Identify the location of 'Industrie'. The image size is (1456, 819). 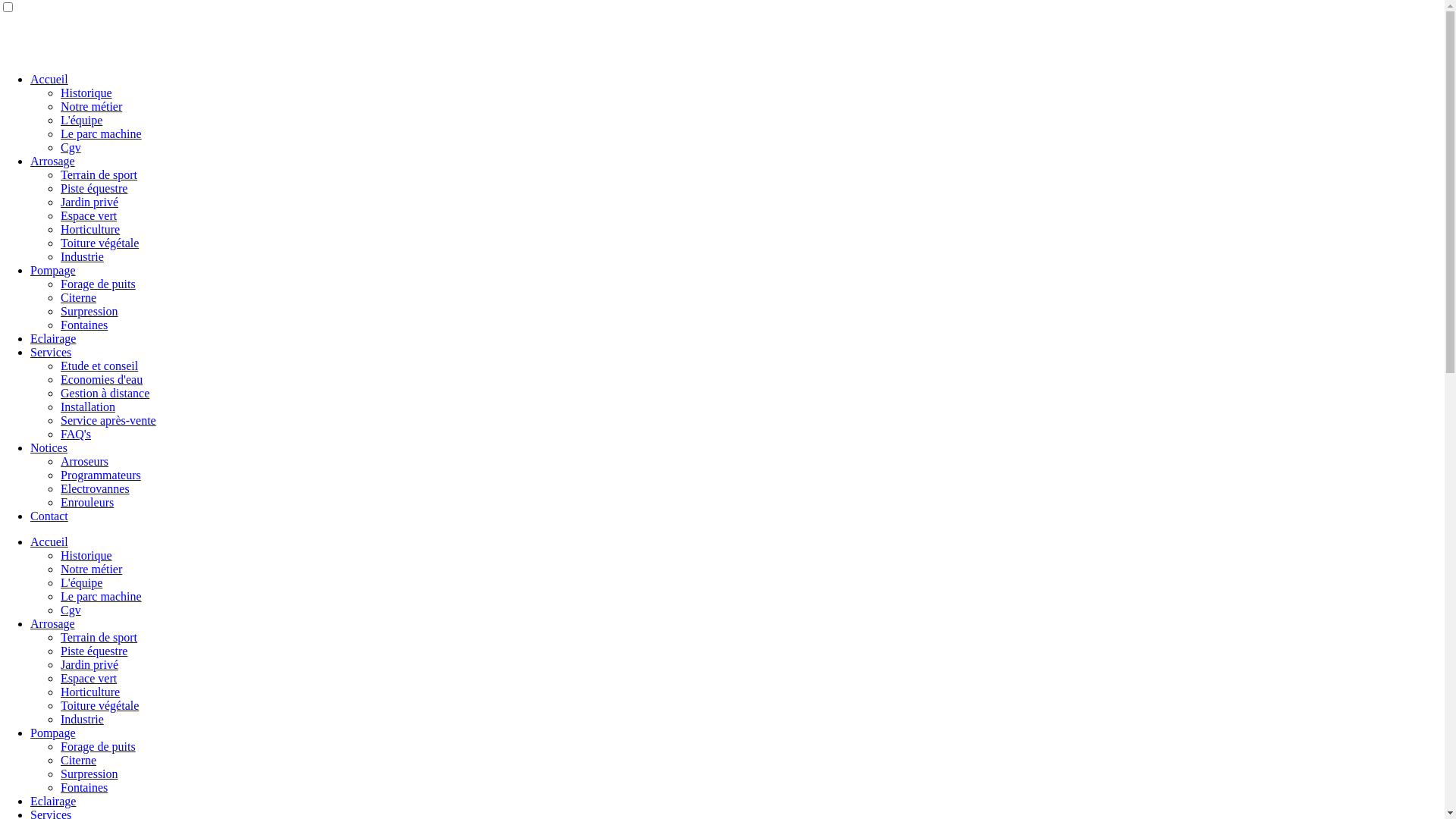
(81, 718).